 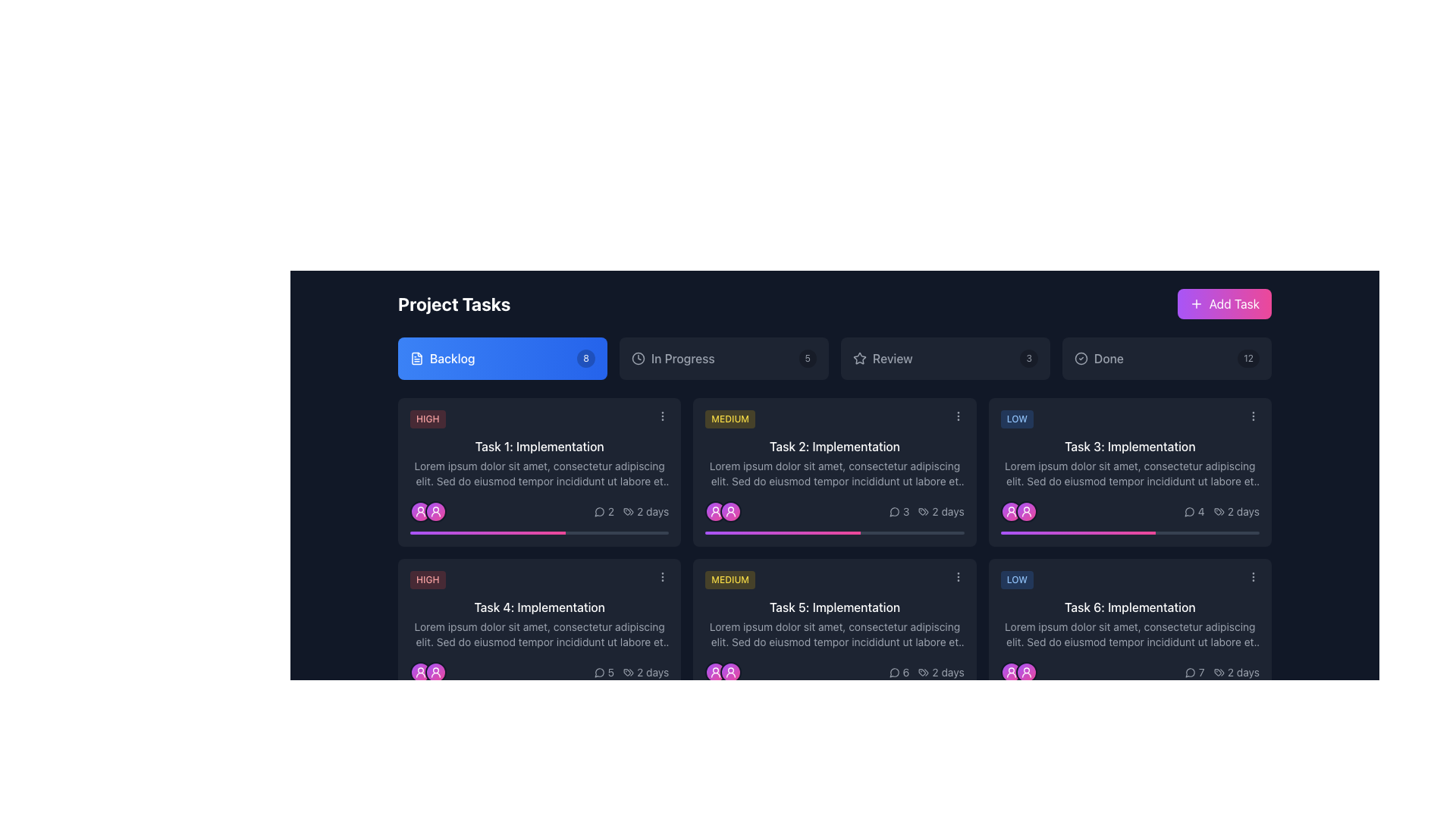 I want to click on text description related to the task titled 'Task 3: Implementation' located beneath the title in the card under the 'LOW' category in the 'Backlog' section, so click(x=1130, y=472).